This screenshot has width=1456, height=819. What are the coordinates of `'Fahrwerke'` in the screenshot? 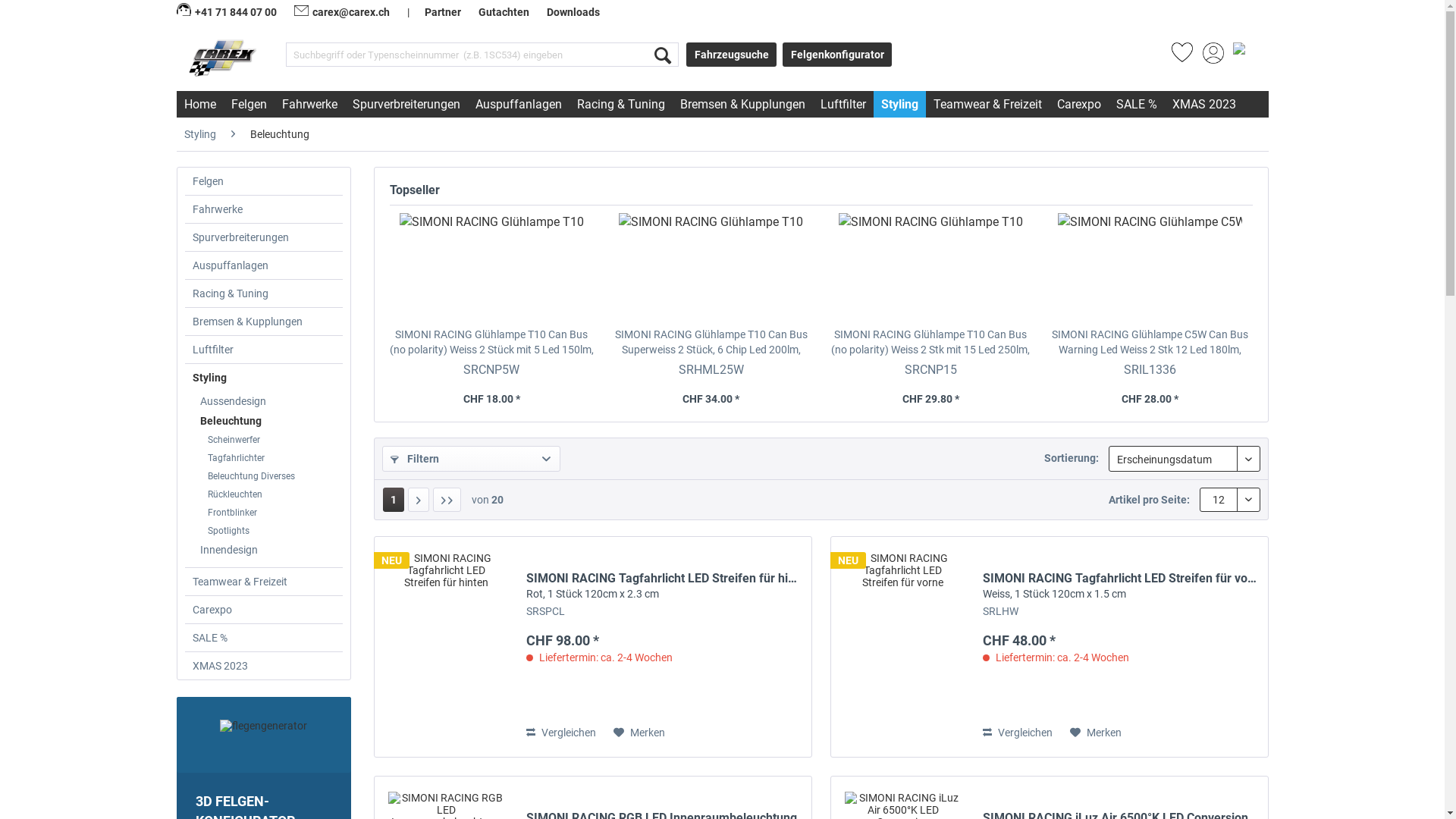 It's located at (263, 209).